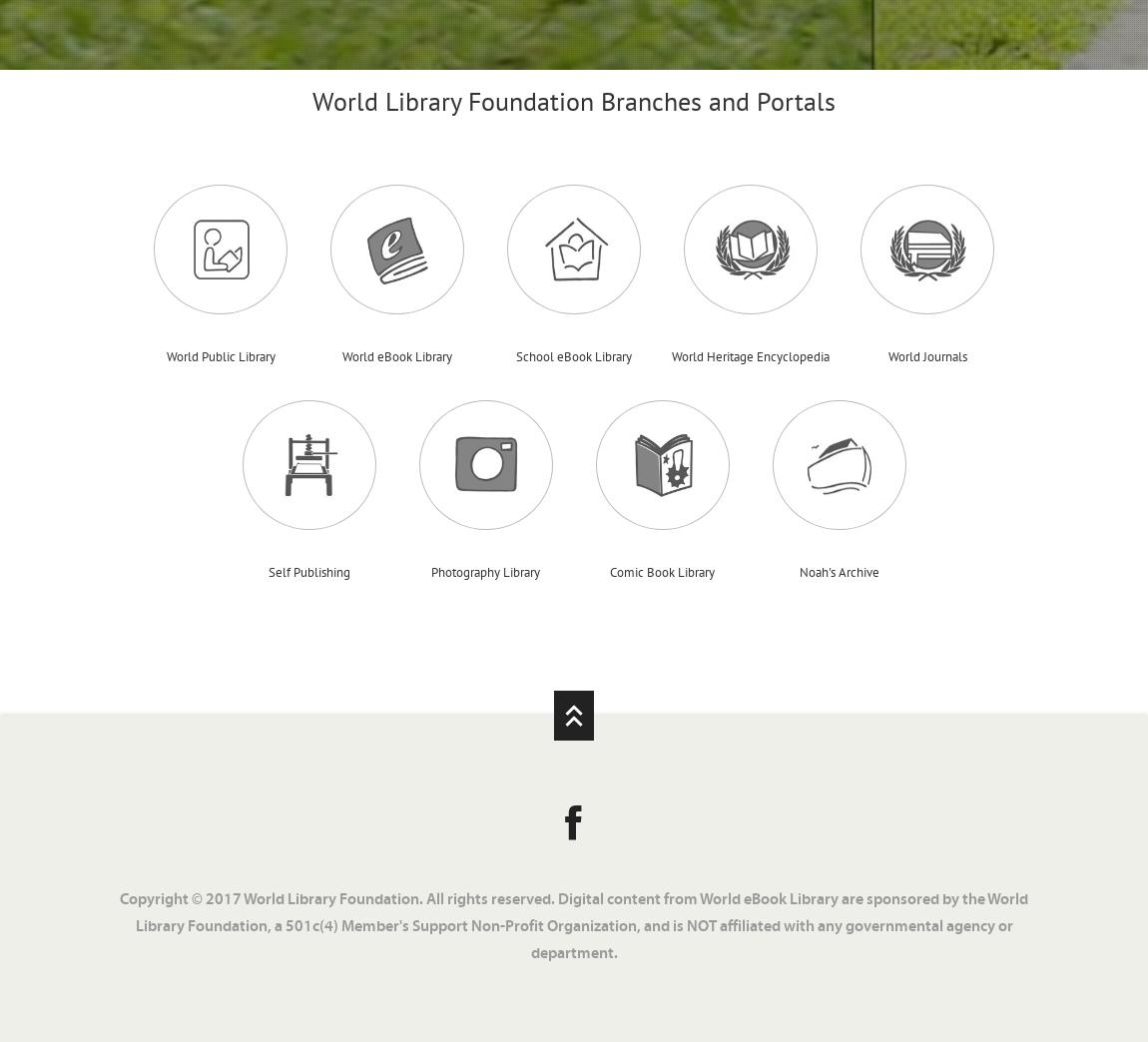  What do you see at coordinates (485, 570) in the screenshot?
I see `'Photography Library'` at bounding box center [485, 570].